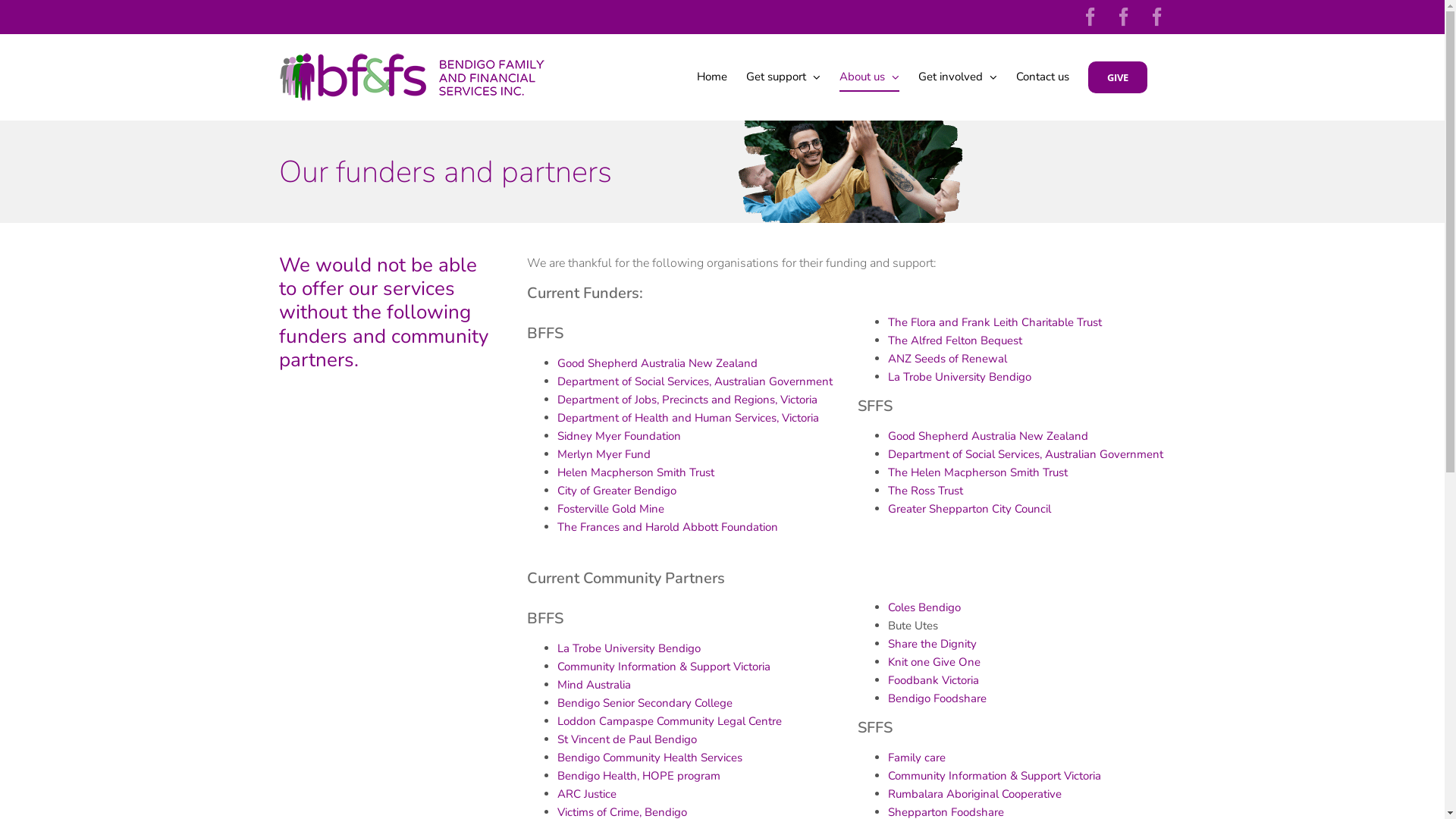 Image resolution: width=1456 pixels, height=819 pixels. I want to click on 'Contact us', so click(1041, 77).